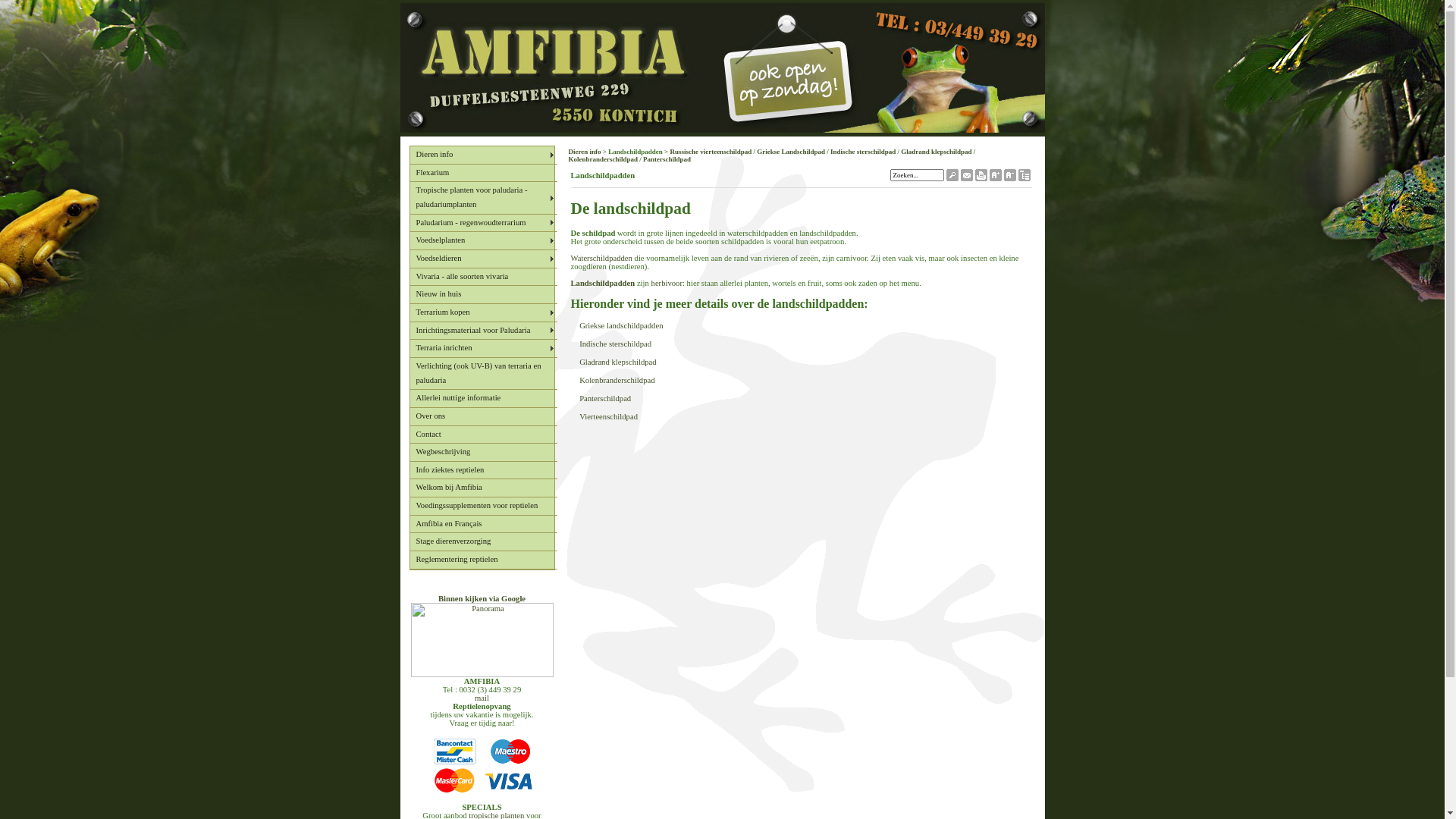  What do you see at coordinates (965, 177) in the screenshot?
I see `'Verzend deze pagina naar uw email'` at bounding box center [965, 177].